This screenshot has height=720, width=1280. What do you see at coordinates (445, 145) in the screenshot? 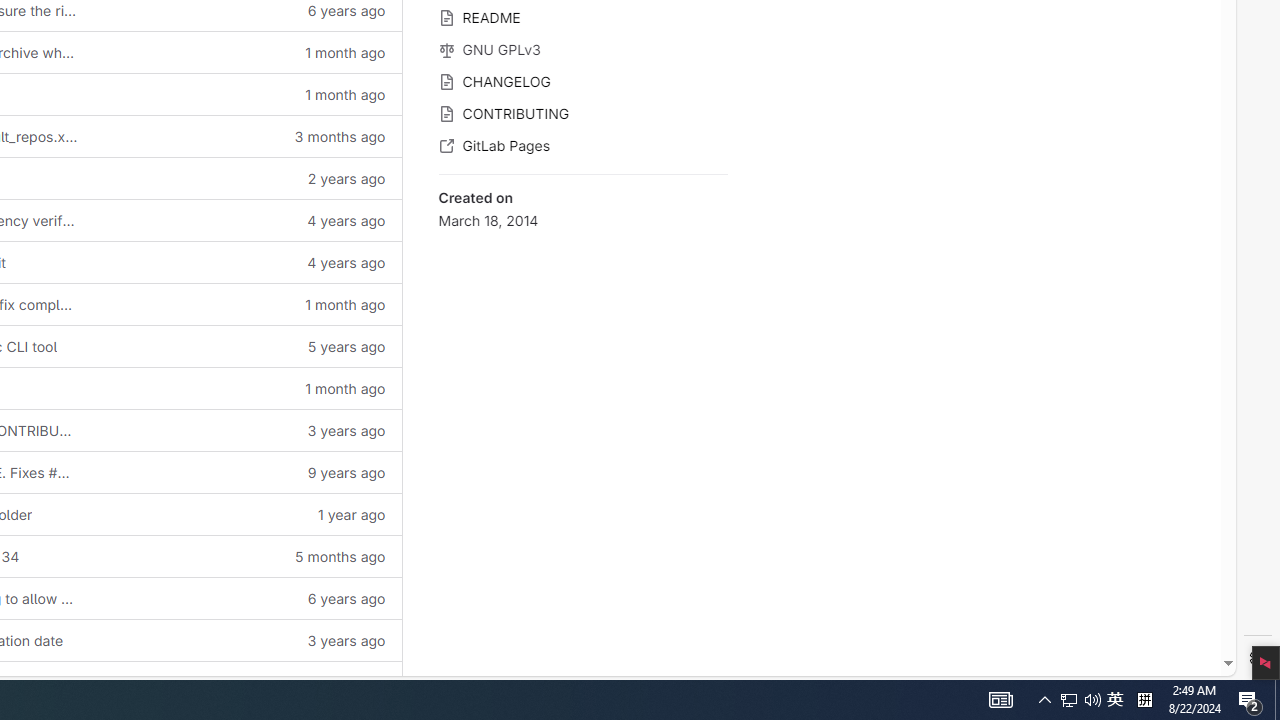
I see `'Class: s16 icon gl-mr-3 gl-text-gray-500'` at bounding box center [445, 145].